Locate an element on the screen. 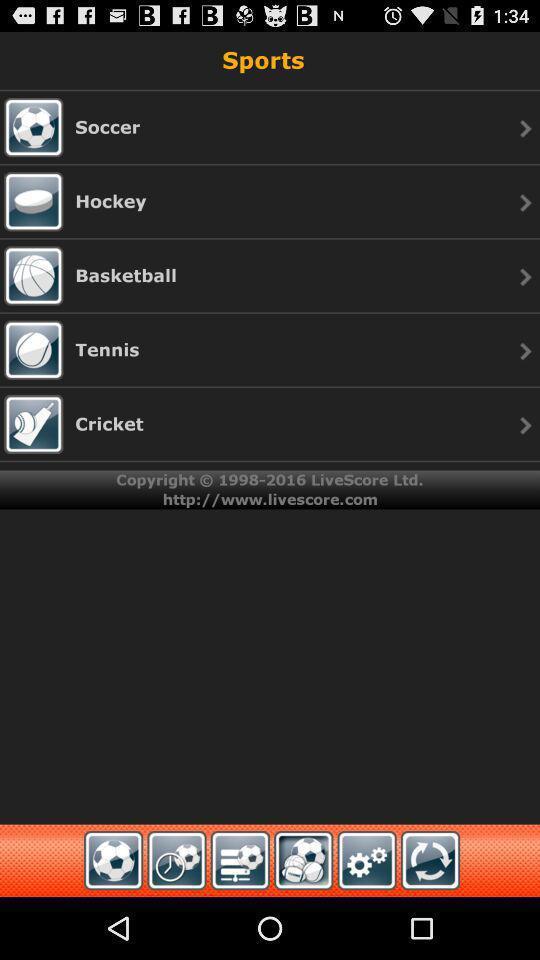 This screenshot has height=960, width=540. the settings icon is located at coordinates (366, 921).